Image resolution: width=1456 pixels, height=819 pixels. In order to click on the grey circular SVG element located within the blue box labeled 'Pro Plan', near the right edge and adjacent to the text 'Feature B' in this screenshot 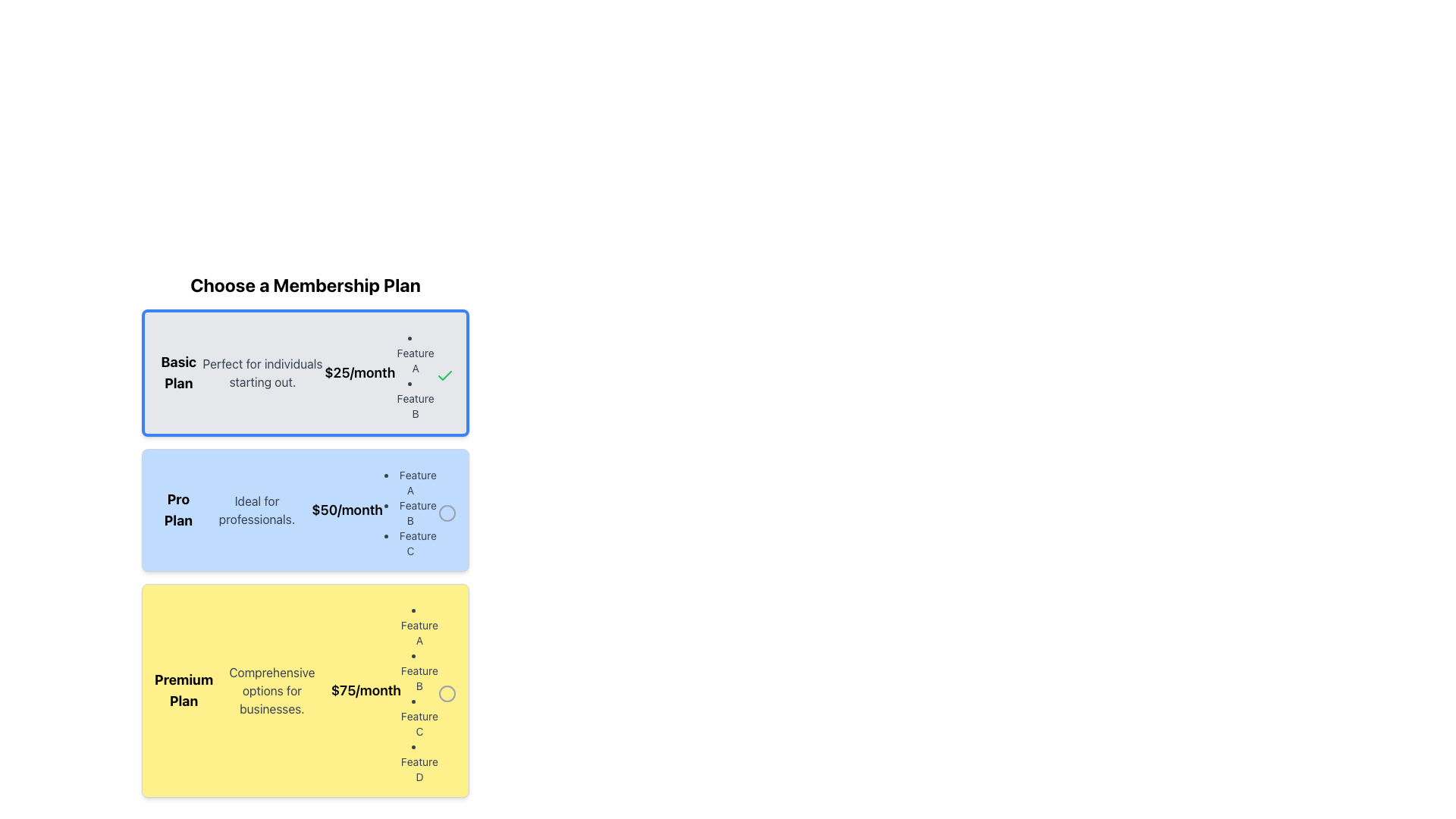, I will do `click(447, 513)`.